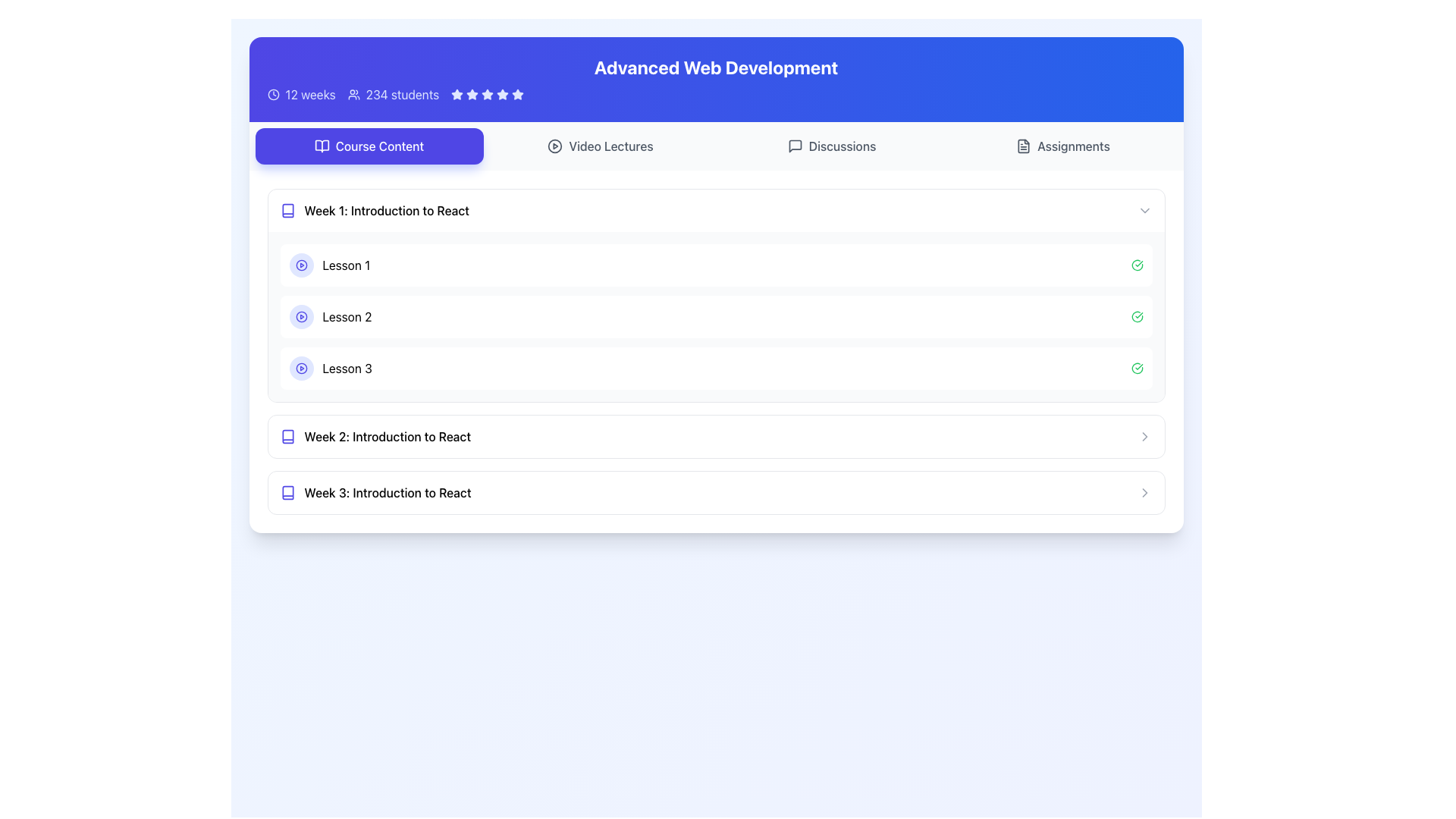 The width and height of the screenshot is (1456, 819). Describe the element at coordinates (375, 436) in the screenshot. I see `the list item displaying 'Week 2: Introduction to React' with a blue book icon` at that location.